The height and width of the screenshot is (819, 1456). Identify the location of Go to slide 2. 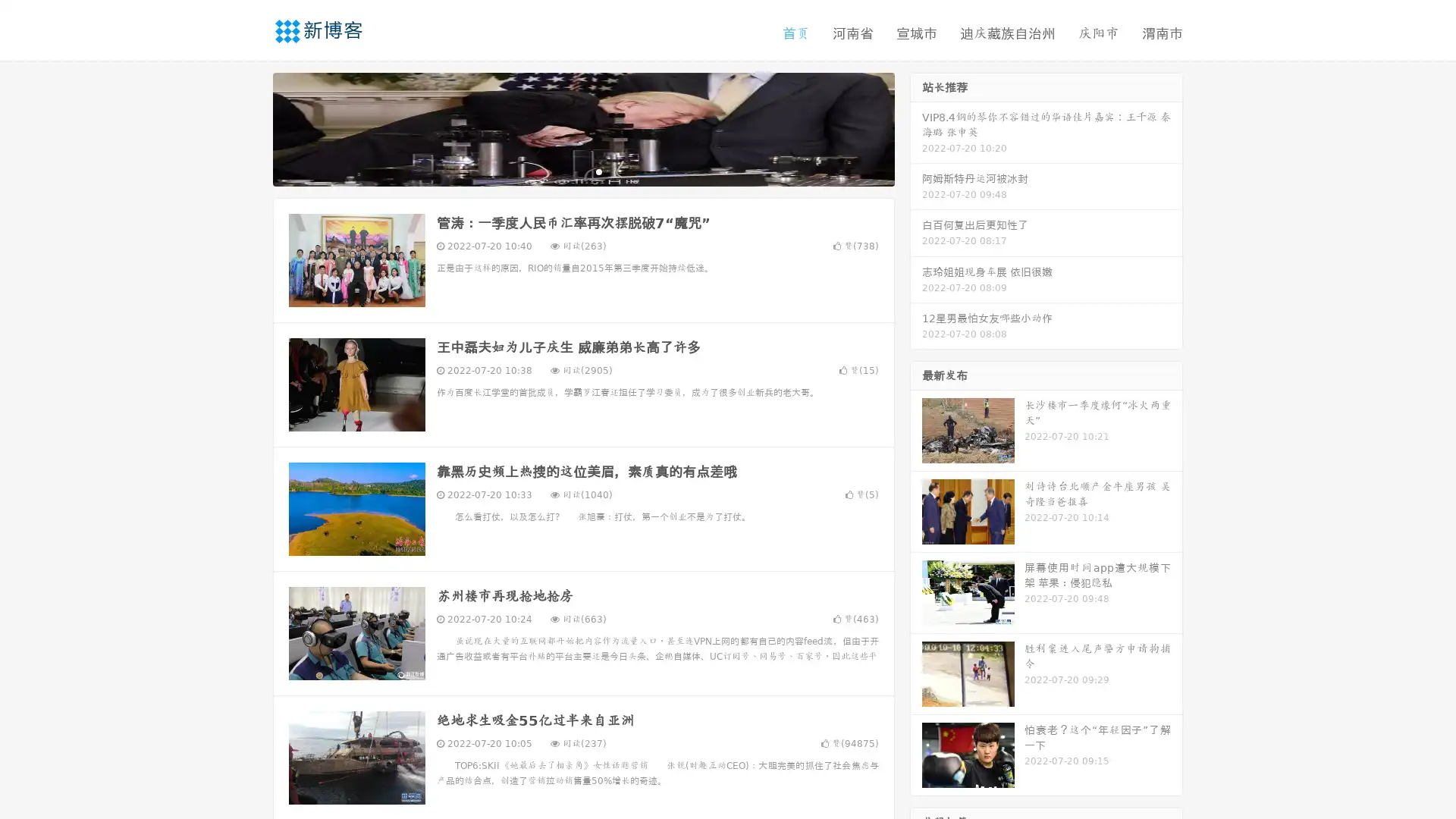
(582, 171).